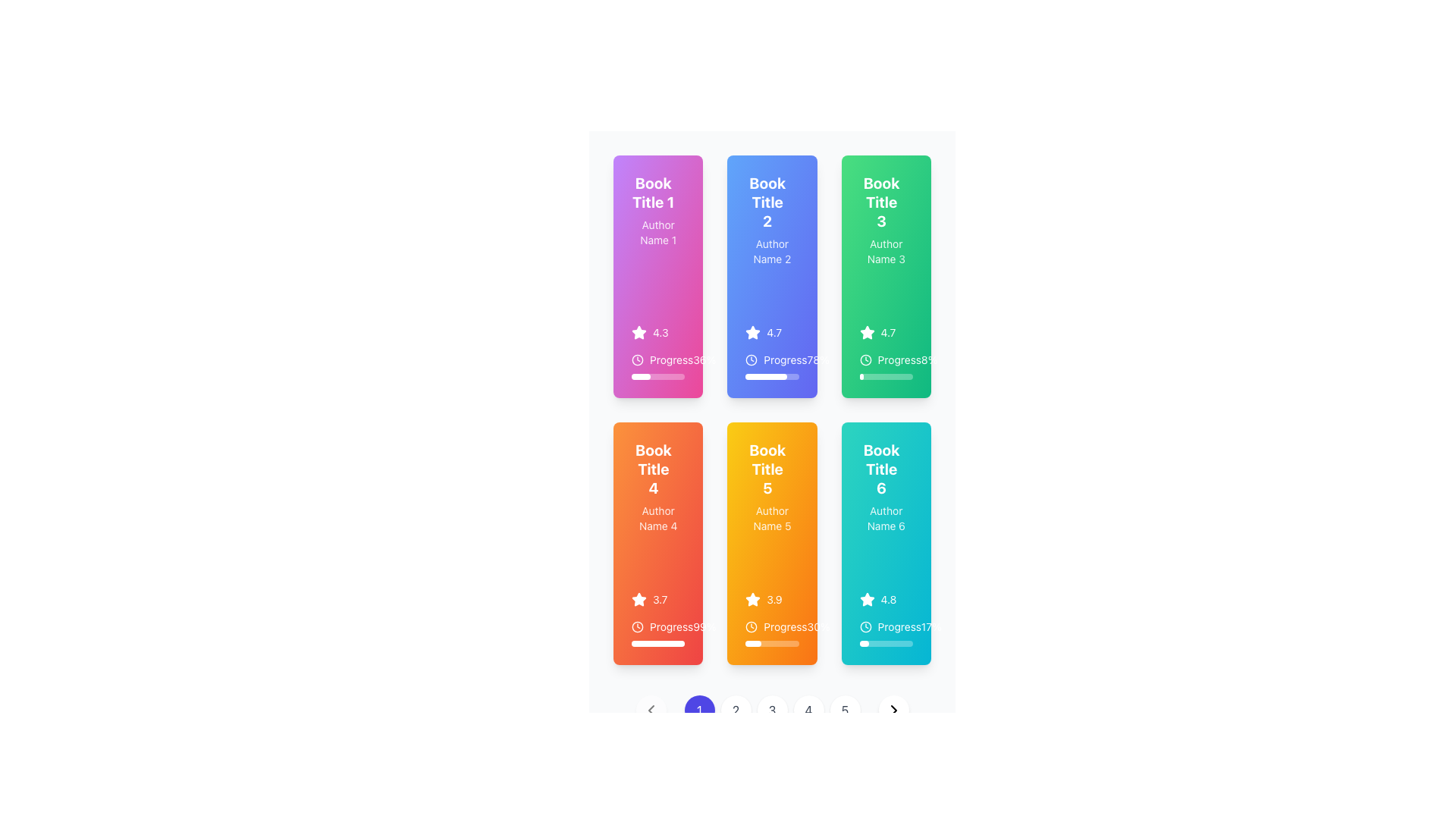  I want to click on the star icon representing user feedback or preference to interact with the rating, so click(753, 331).